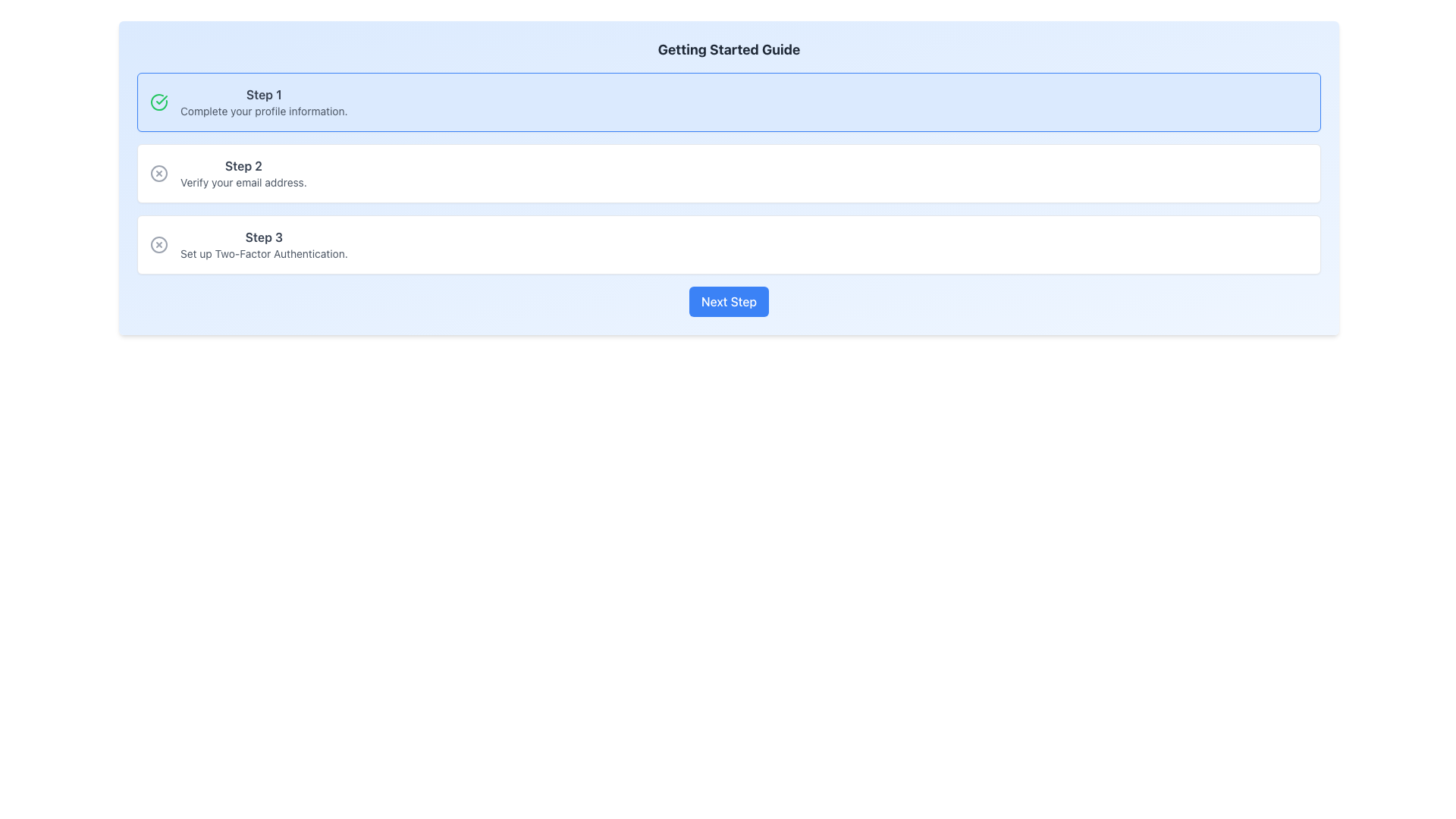  What do you see at coordinates (159, 172) in the screenshot?
I see `the outer circular border of the status indicator icon located to the left of 'Step 2' in the step-by-step guide interface` at bounding box center [159, 172].